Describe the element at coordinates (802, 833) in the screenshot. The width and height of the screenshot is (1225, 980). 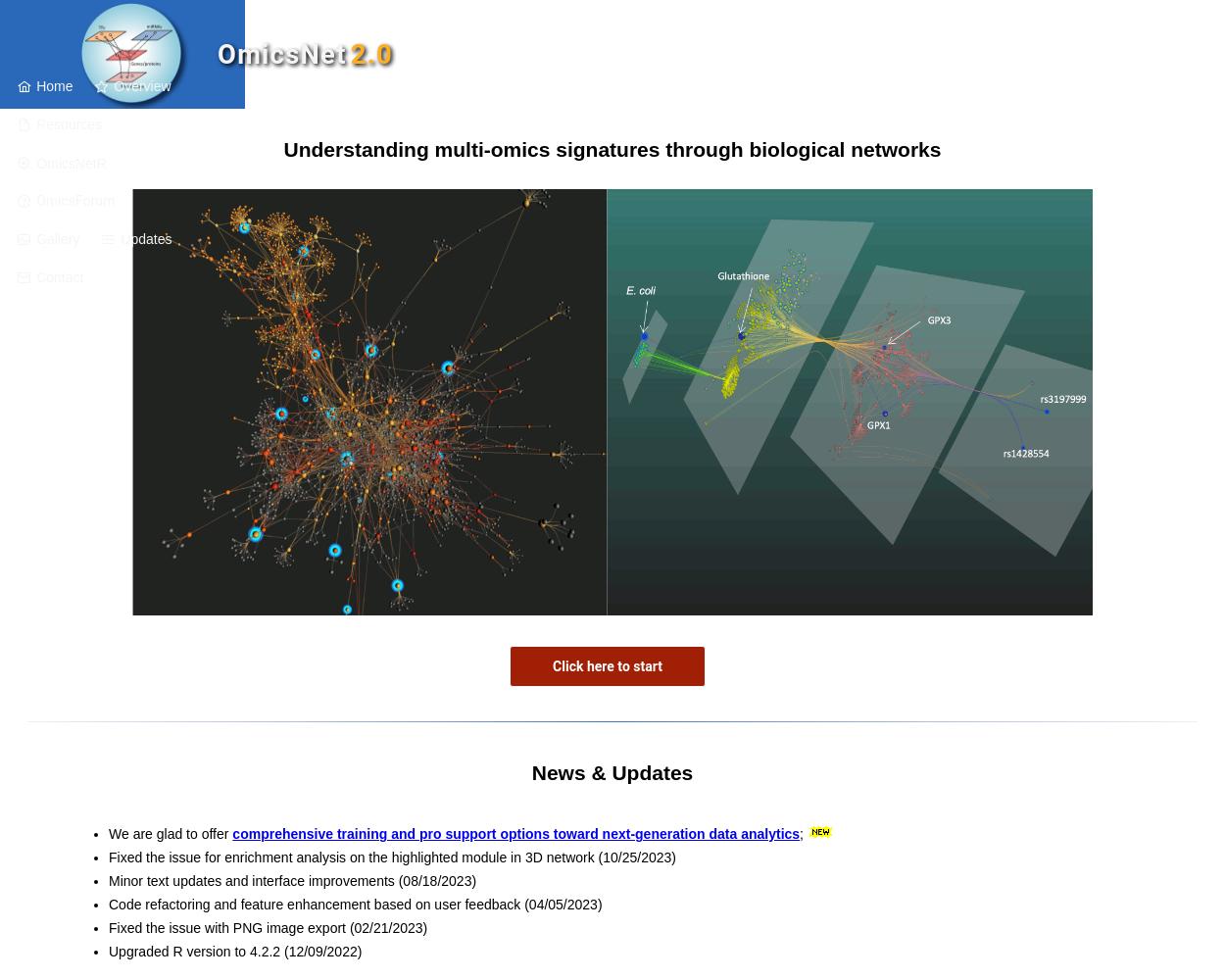
I see `';'` at that location.